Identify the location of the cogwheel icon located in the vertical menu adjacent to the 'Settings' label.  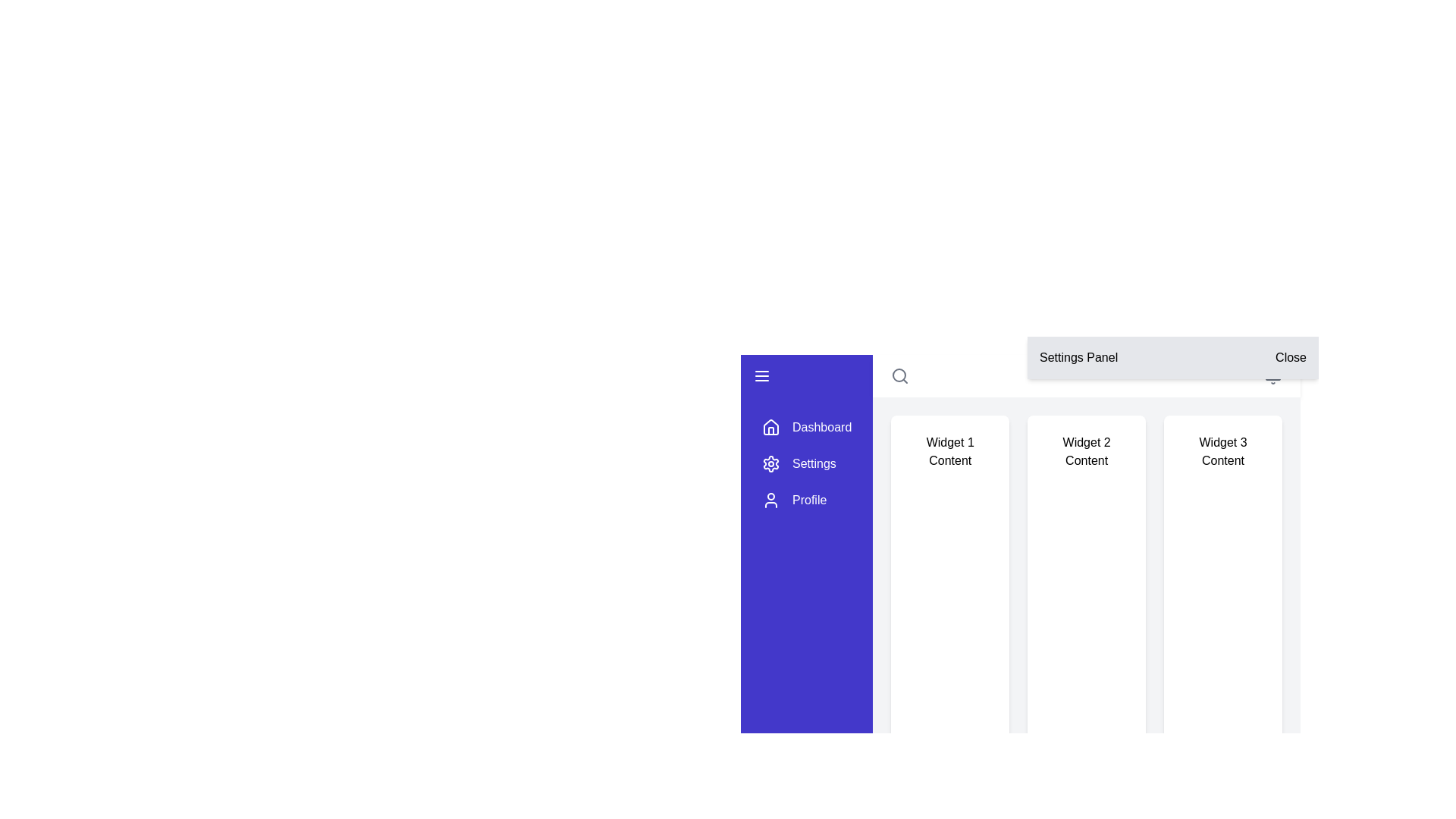
(771, 463).